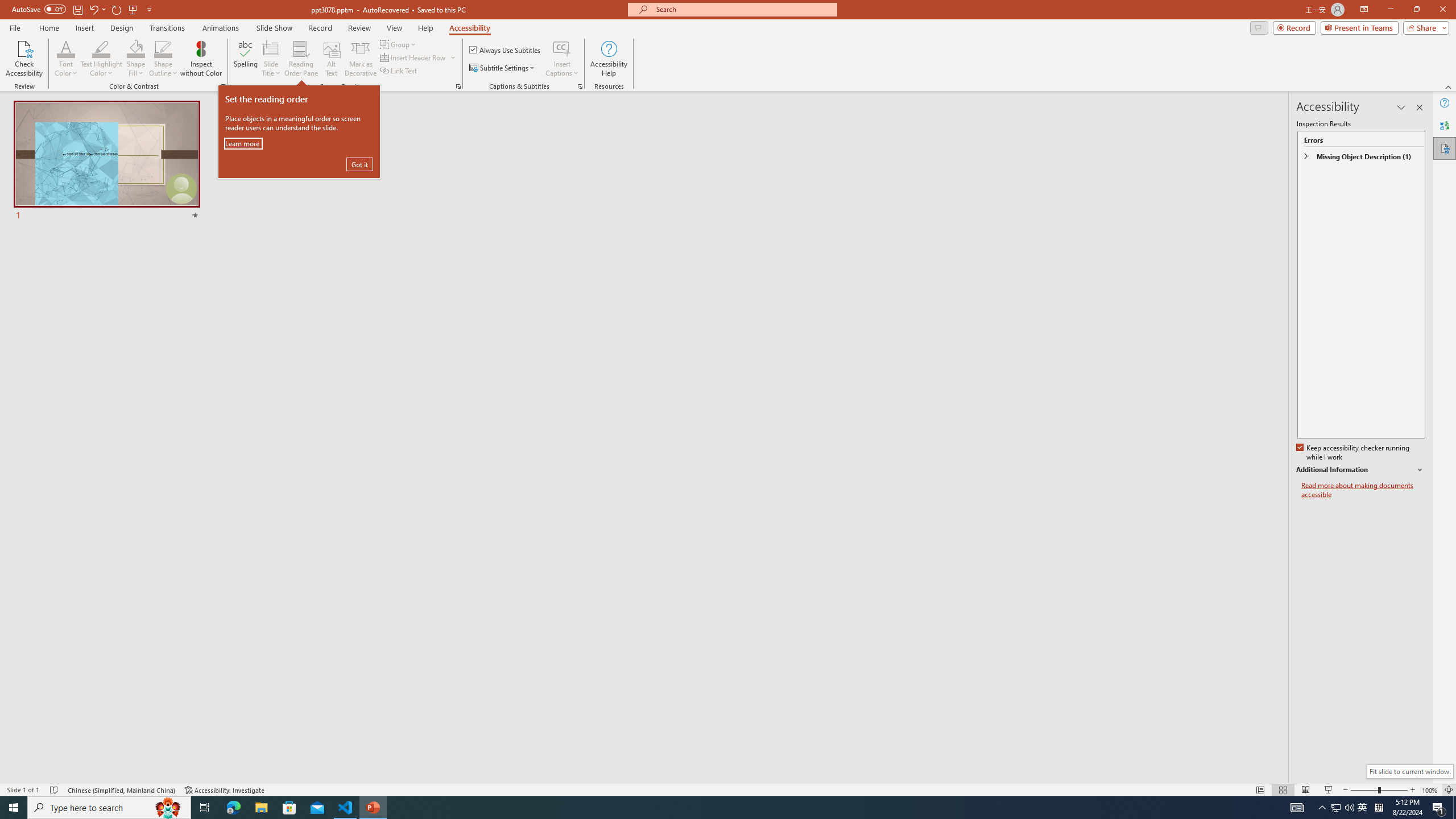 This screenshot has width=1456, height=819. What do you see at coordinates (271, 48) in the screenshot?
I see `'Slide Title'` at bounding box center [271, 48].